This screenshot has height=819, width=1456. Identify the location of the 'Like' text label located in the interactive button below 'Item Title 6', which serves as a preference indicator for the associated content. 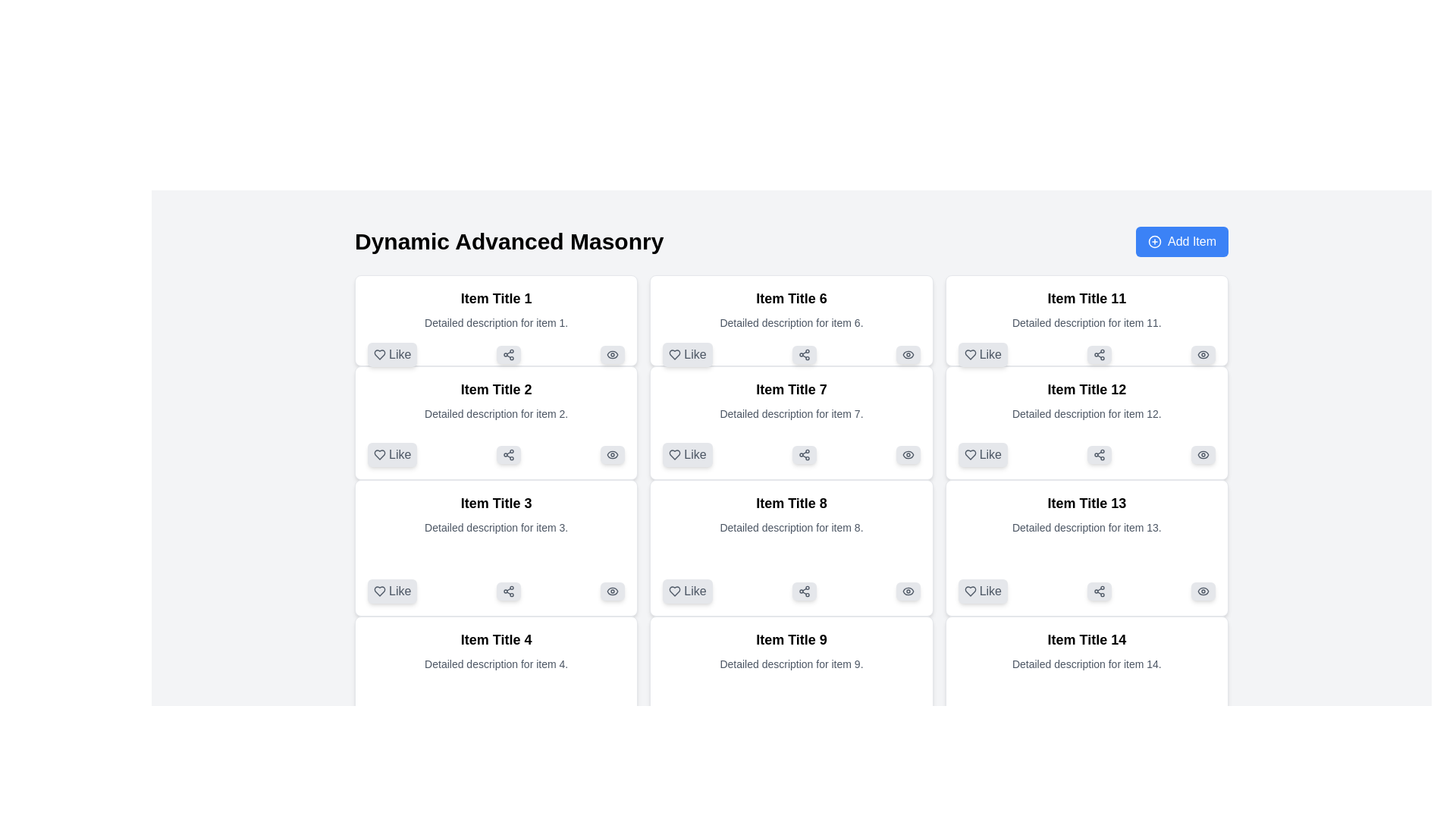
(694, 354).